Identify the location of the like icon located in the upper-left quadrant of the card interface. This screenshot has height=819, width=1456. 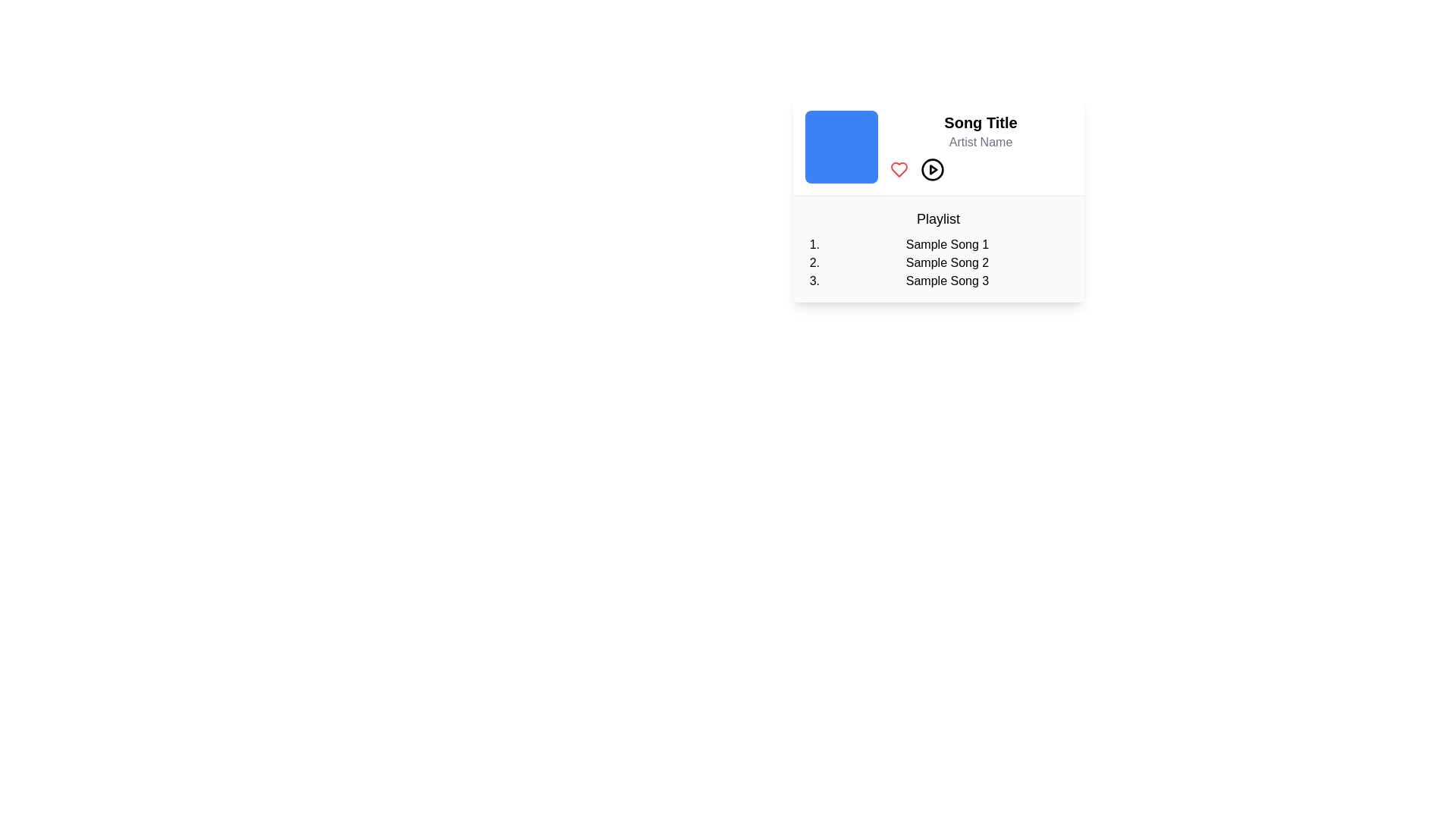
(899, 169).